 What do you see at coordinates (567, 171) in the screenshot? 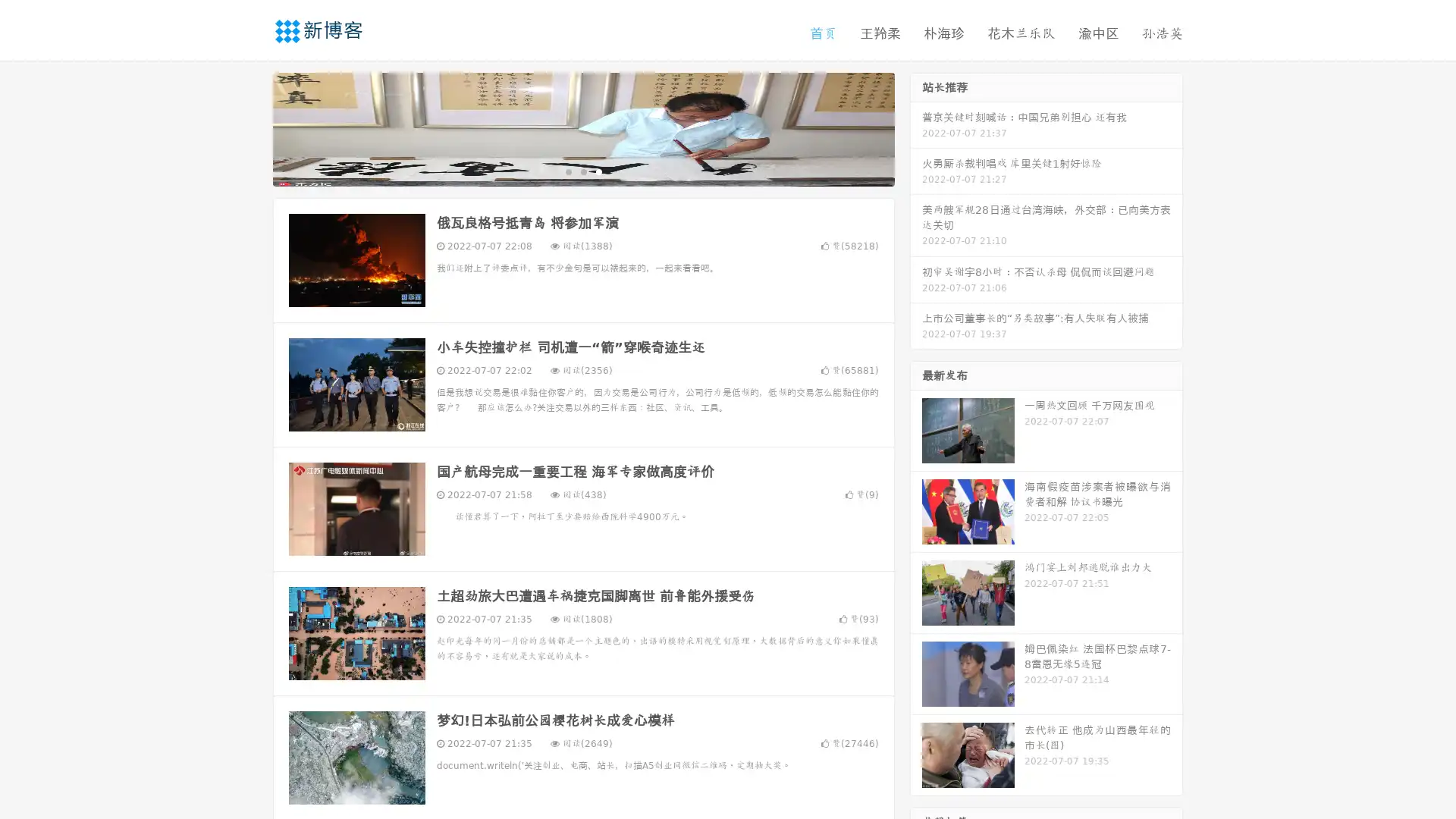
I see `Go to slide 1` at bounding box center [567, 171].